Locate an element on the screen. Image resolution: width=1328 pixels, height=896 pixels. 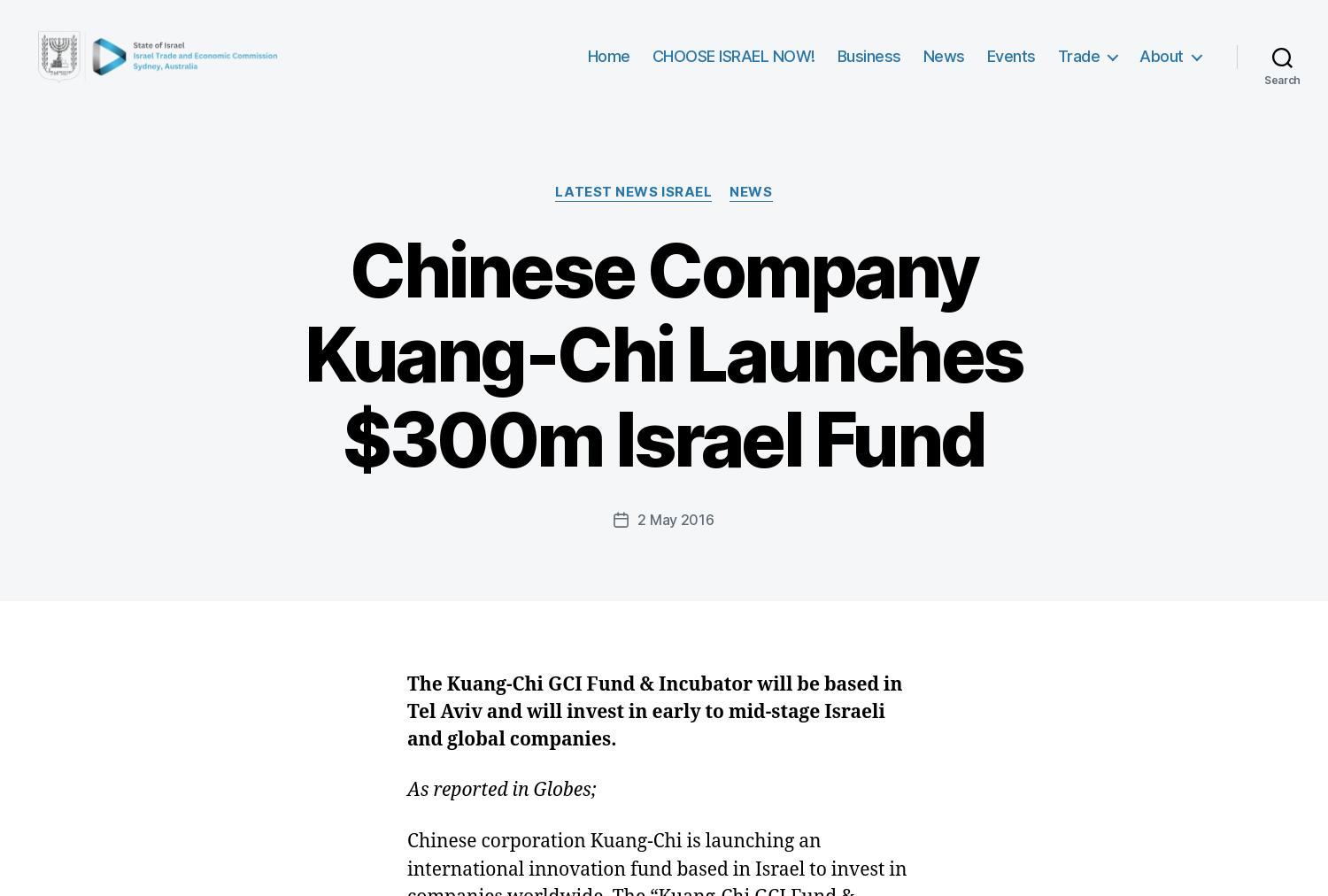
'Twitter' is located at coordinates (455, 338).